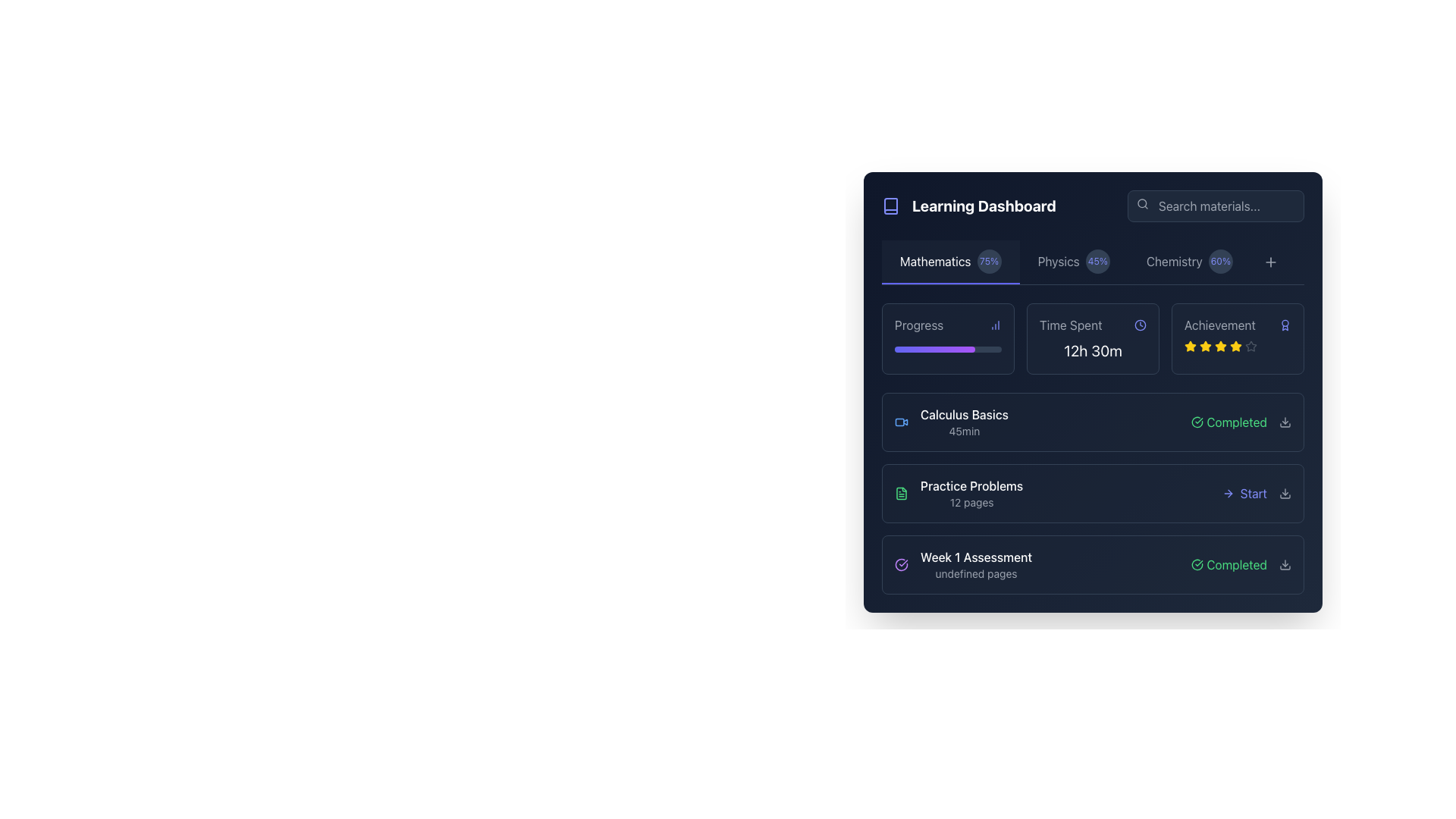  I want to click on the status indicator that shows a task completion in the bottom row of the 'Week 1 Assessment' card, which is the second item from the right, so click(1241, 564).